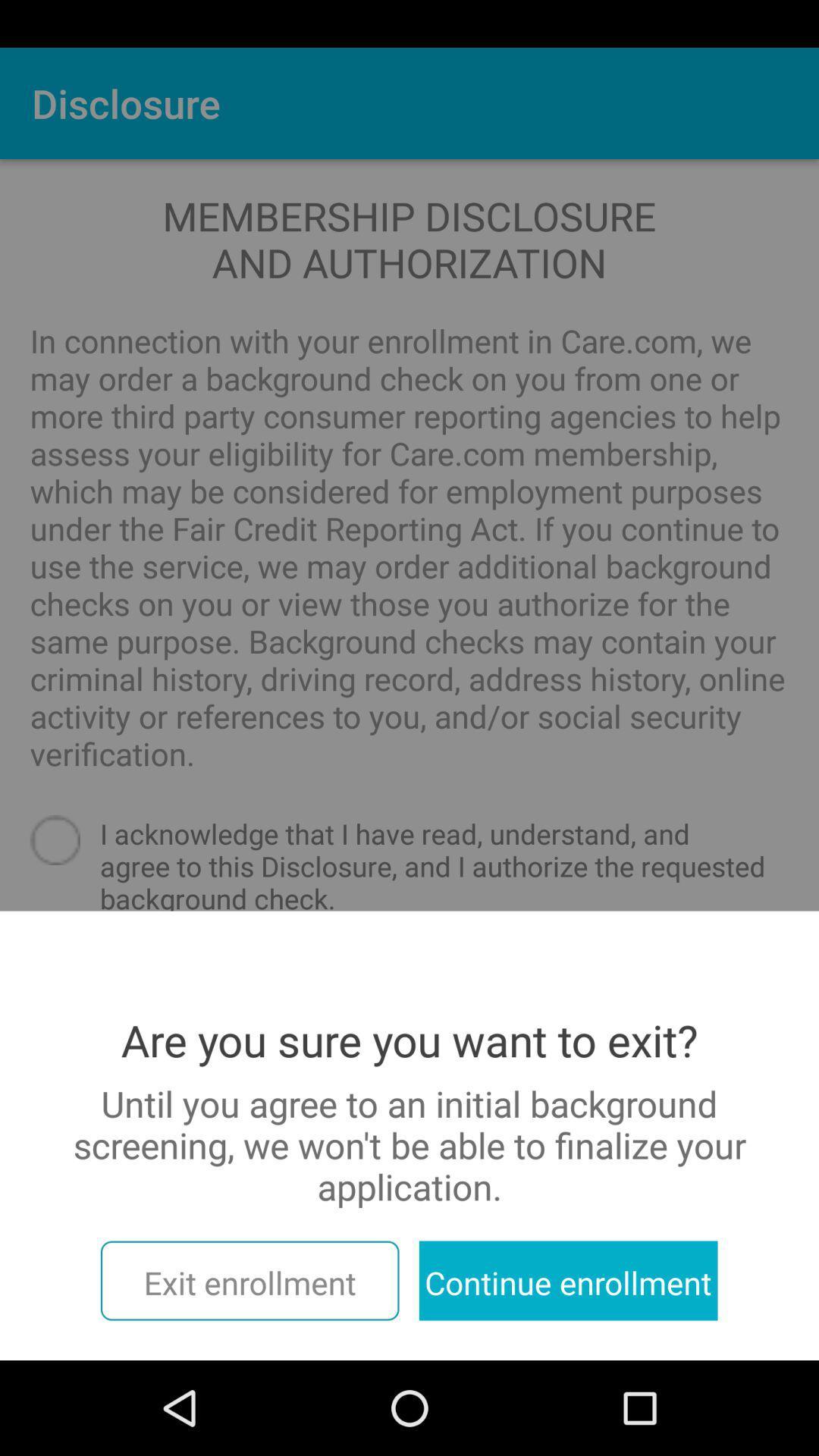 The image size is (819, 1456). I want to click on the item next to the continue enrollment icon, so click(249, 1280).